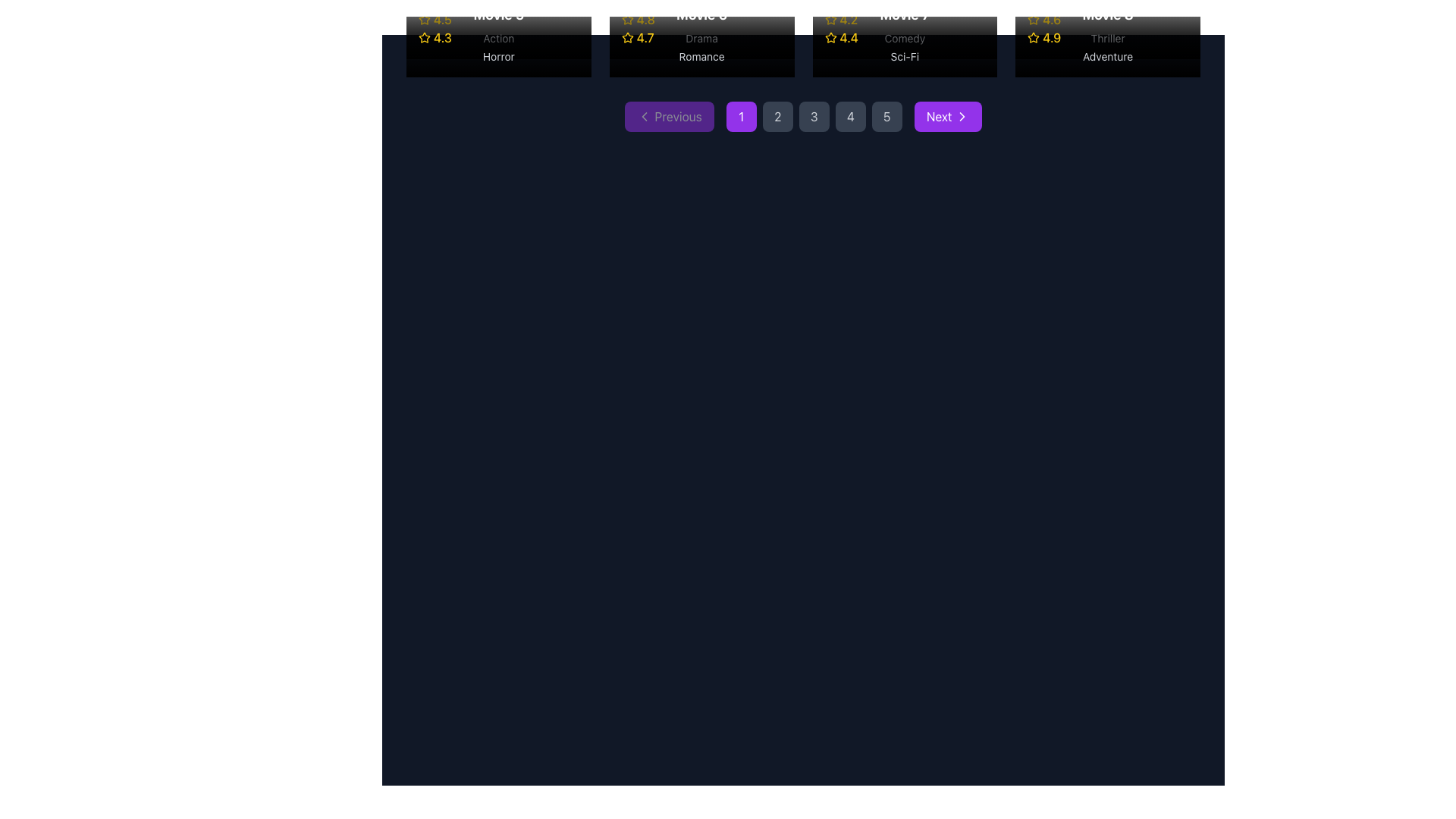  Describe the element at coordinates (425, 19) in the screenshot. I see `the yellow star icon indicating a rating value, located immediately left of the text '4.3' in the top-left movie entry` at that location.